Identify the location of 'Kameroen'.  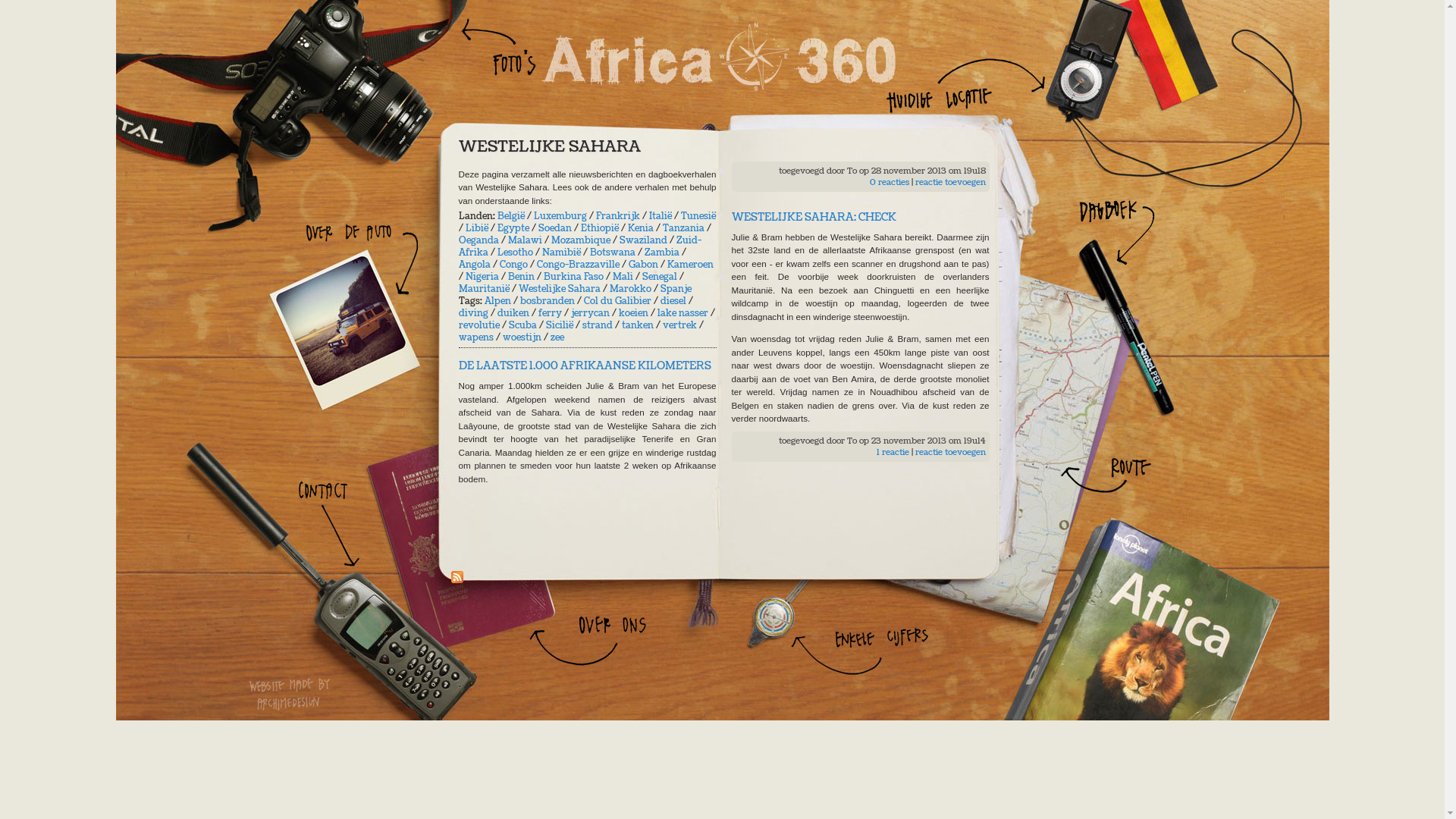
(689, 263).